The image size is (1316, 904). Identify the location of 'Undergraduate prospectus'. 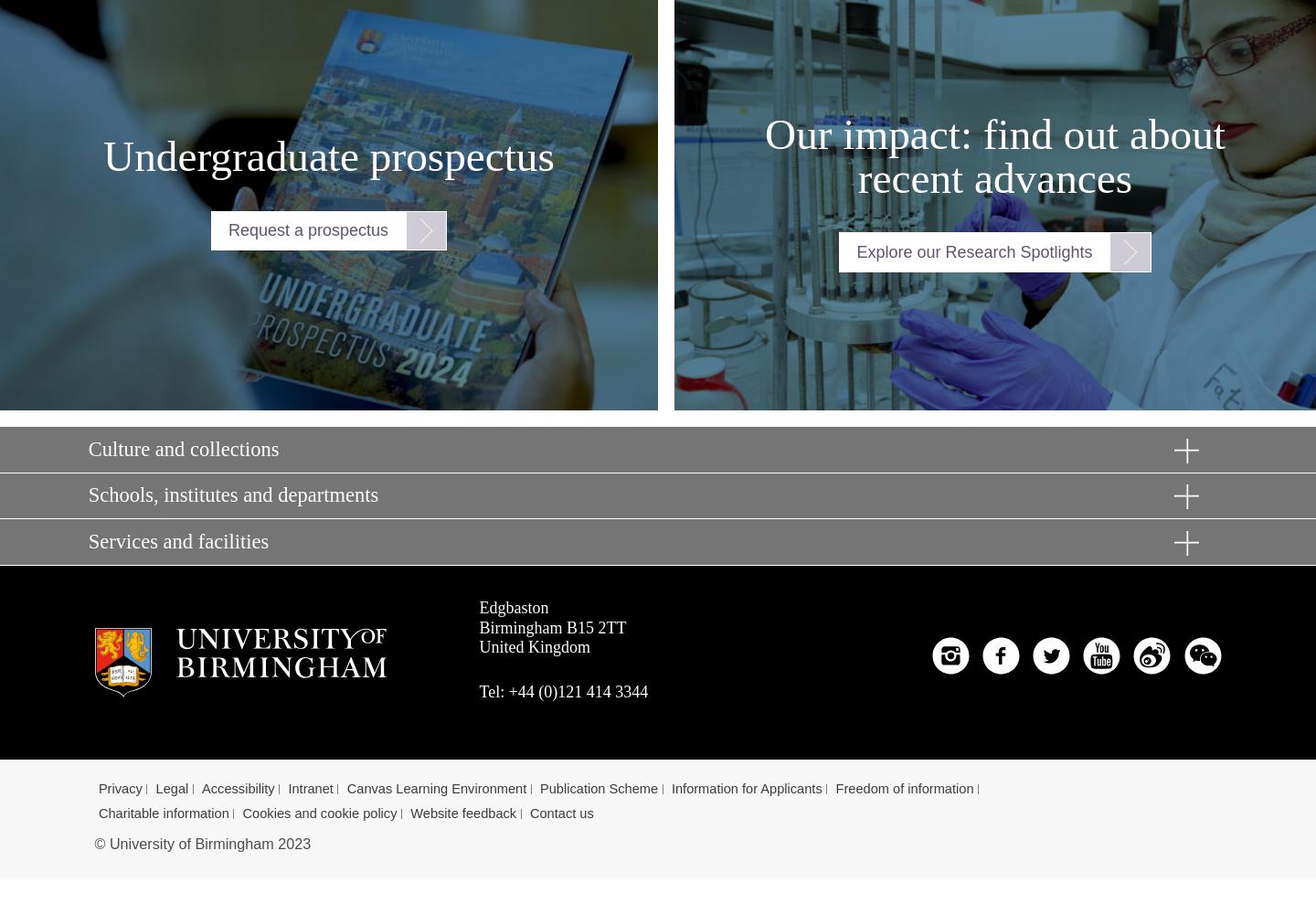
(328, 155).